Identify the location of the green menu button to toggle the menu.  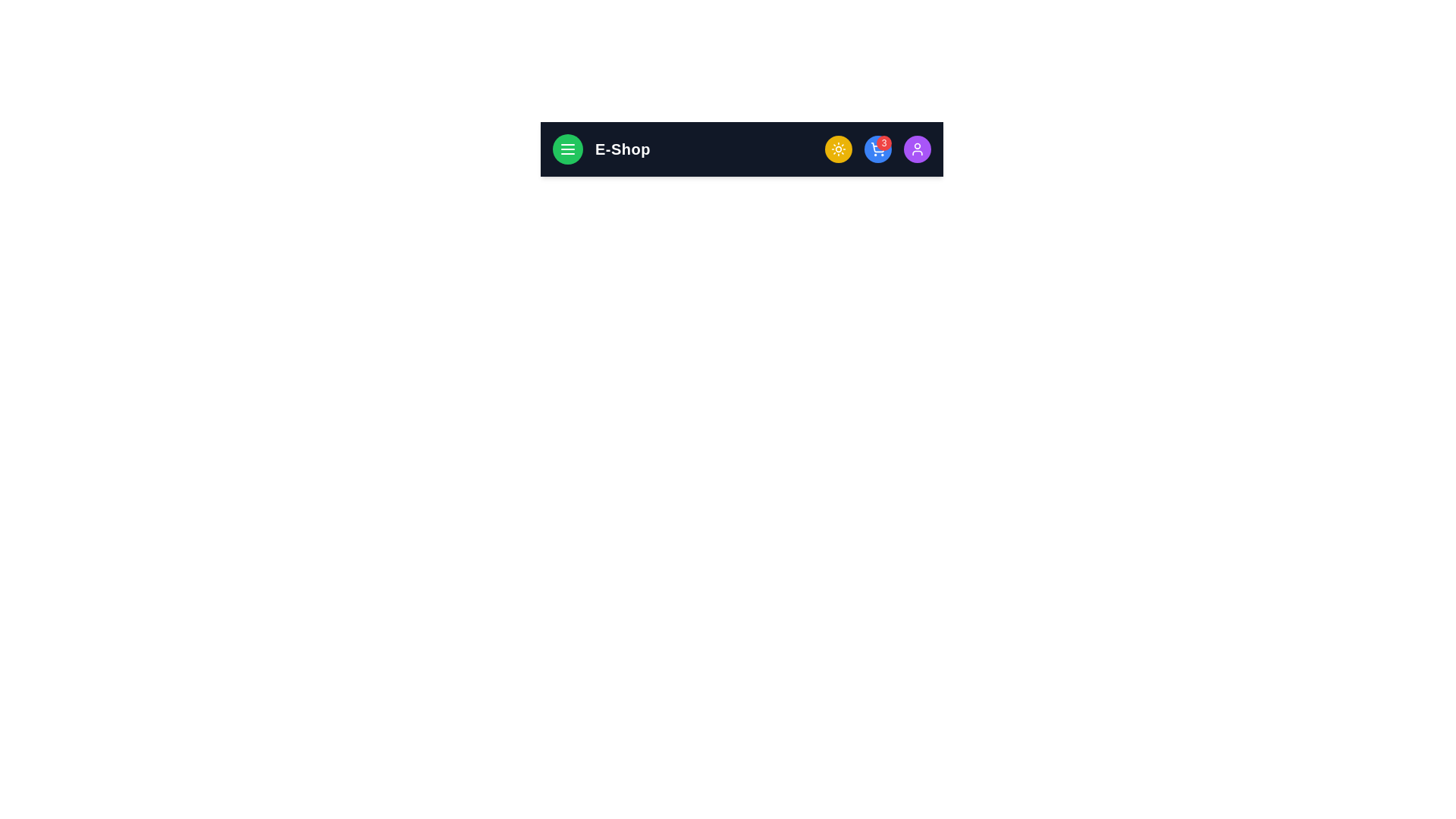
(566, 149).